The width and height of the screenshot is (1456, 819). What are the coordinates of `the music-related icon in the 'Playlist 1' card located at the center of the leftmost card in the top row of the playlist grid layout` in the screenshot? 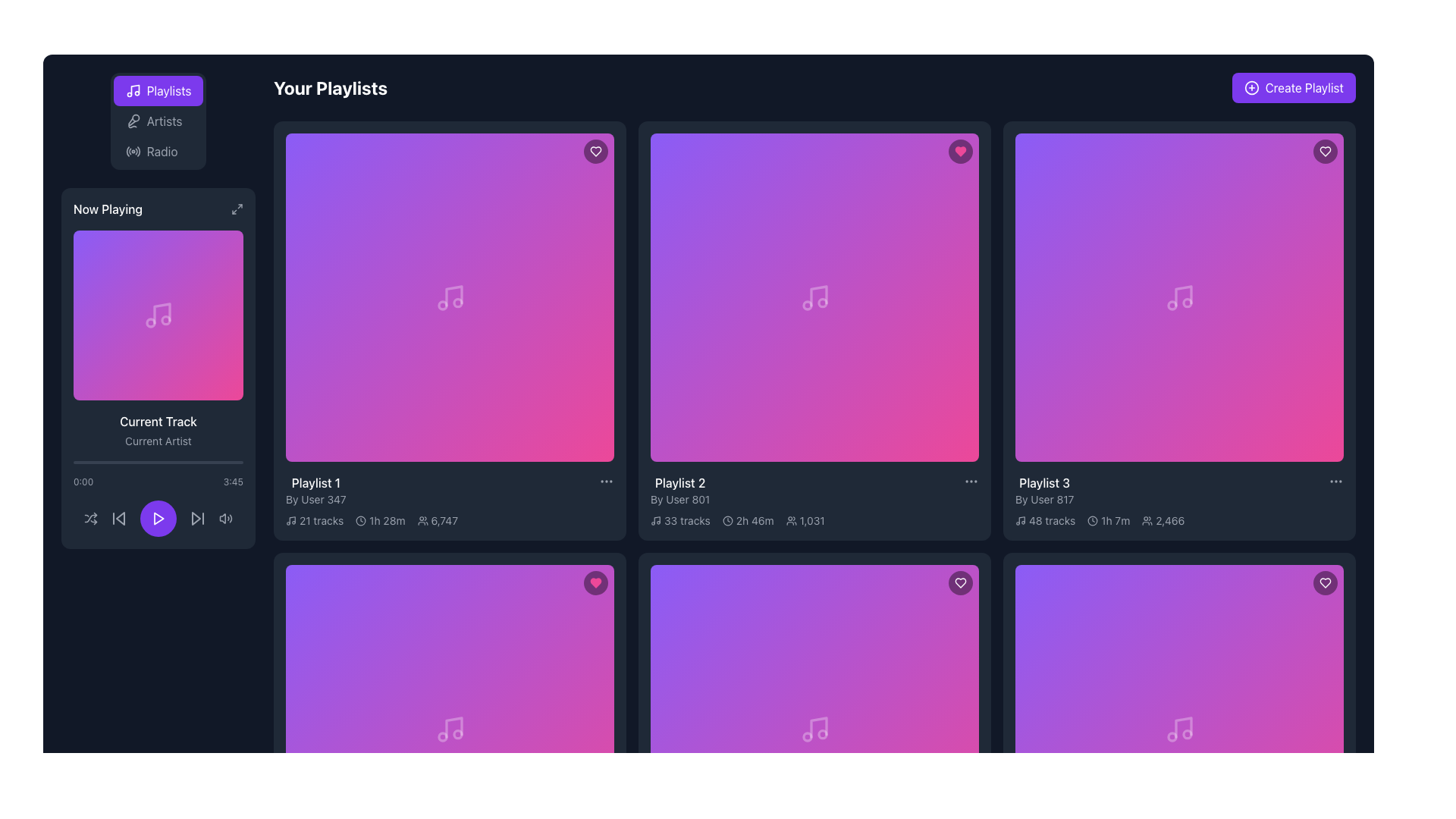 It's located at (449, 297).